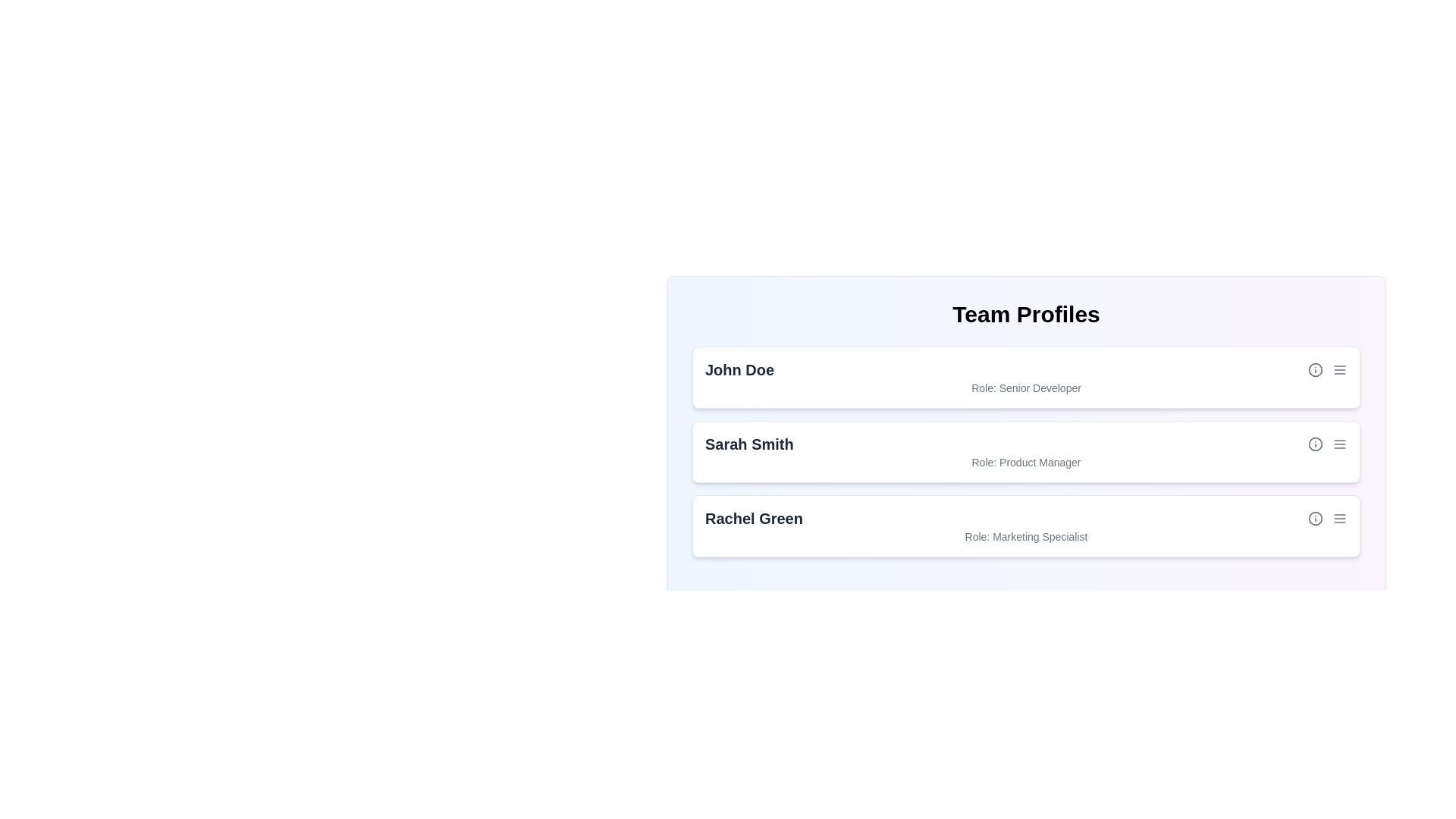  I want to click on the heading text element that serves as the title for the team profiles section, located at the top of the panel, so click(1026, 314).